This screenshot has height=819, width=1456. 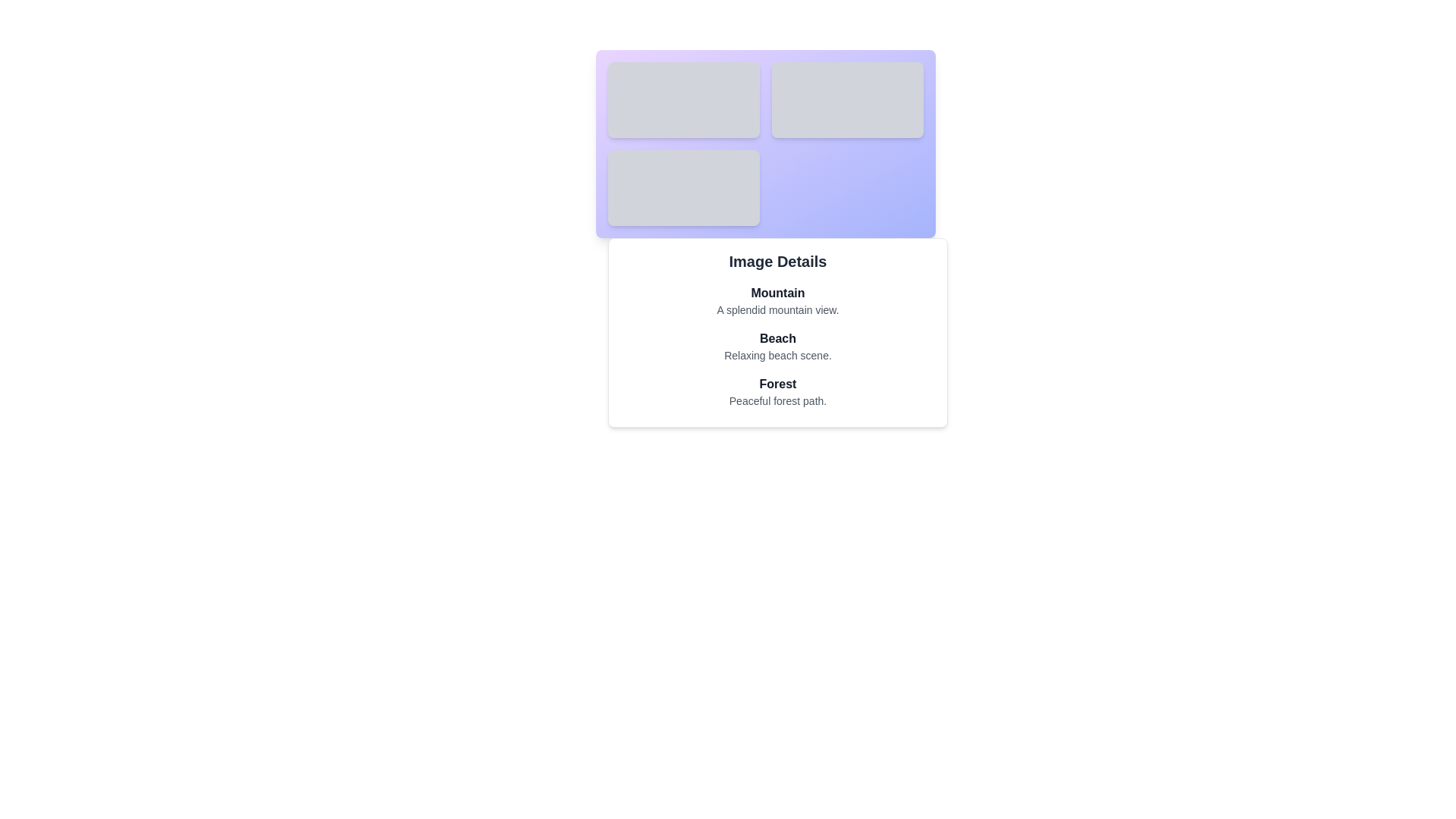 I want to click on the card-like UI element located at the top portion of the interface, centered horizontally, above the 'Image Details' section, so click(x=765, y=143).